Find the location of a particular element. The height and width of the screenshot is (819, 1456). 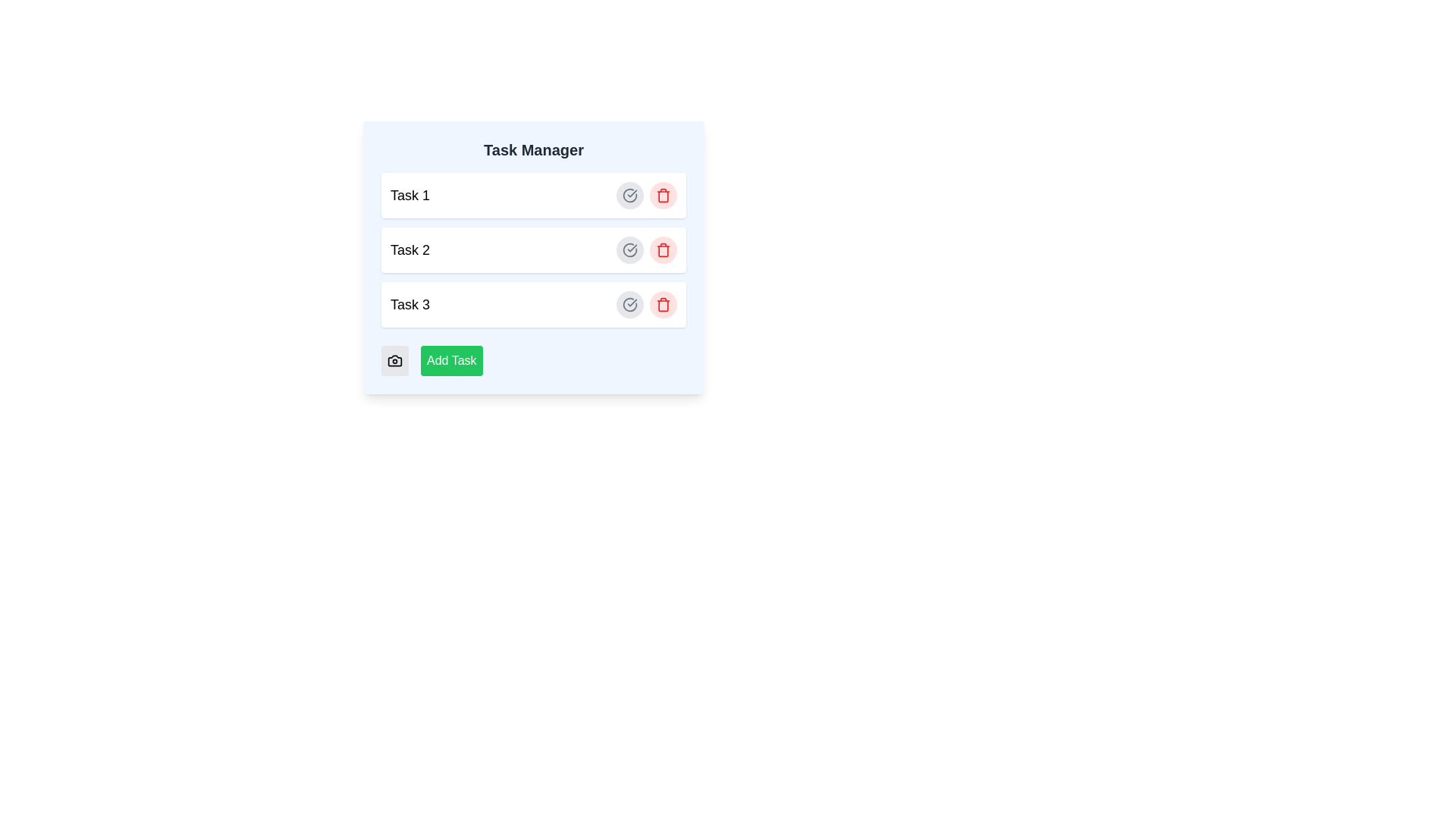

the trash-can-shaped icon button with red styling located to the far-right side of the task labeled 'Task 3' is located at coordinates (663, 304).